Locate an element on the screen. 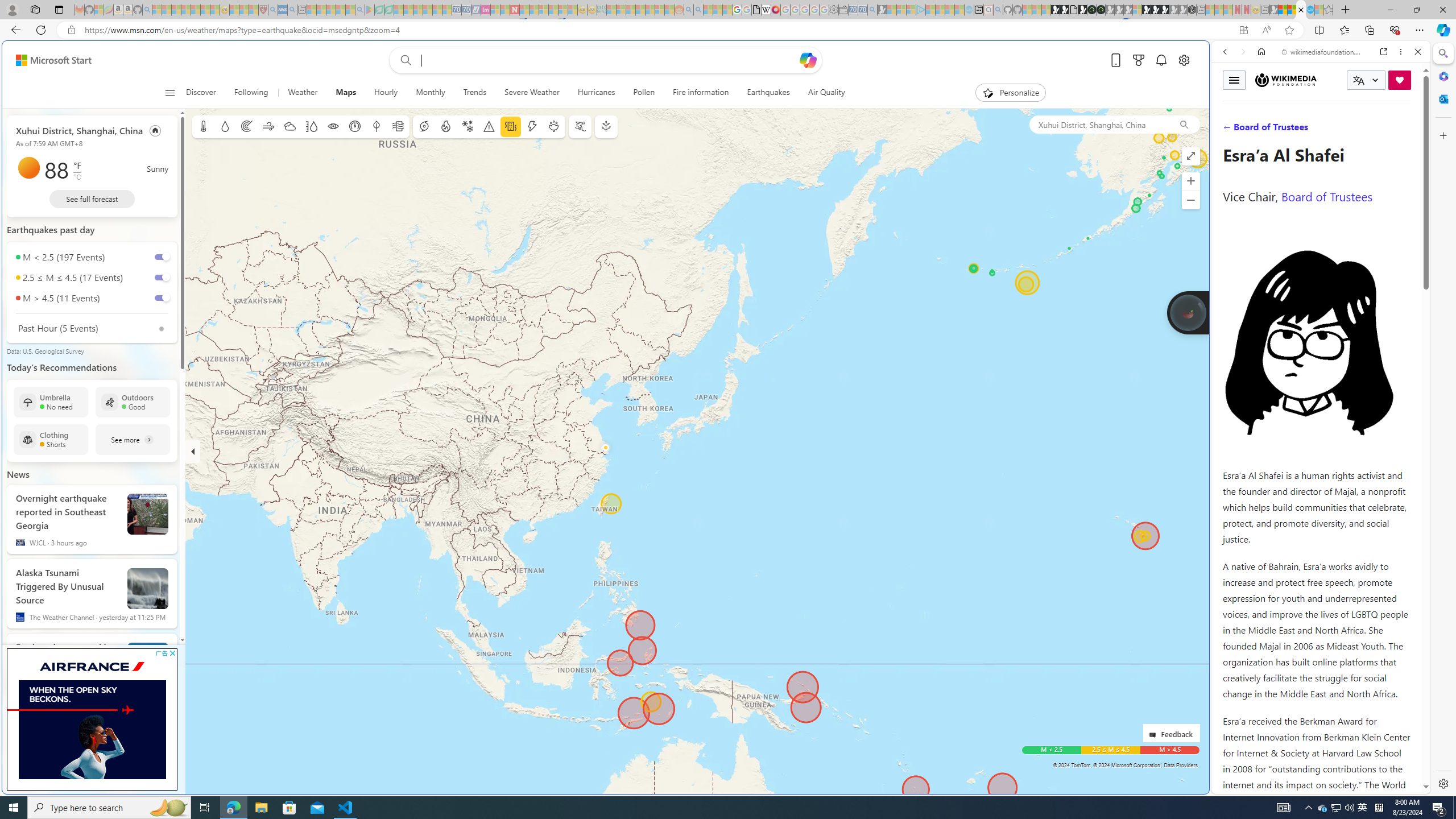 The height and width of the screenshot is (819, 1456). 'Sea level pressure' is located at coordinates (354, 126).